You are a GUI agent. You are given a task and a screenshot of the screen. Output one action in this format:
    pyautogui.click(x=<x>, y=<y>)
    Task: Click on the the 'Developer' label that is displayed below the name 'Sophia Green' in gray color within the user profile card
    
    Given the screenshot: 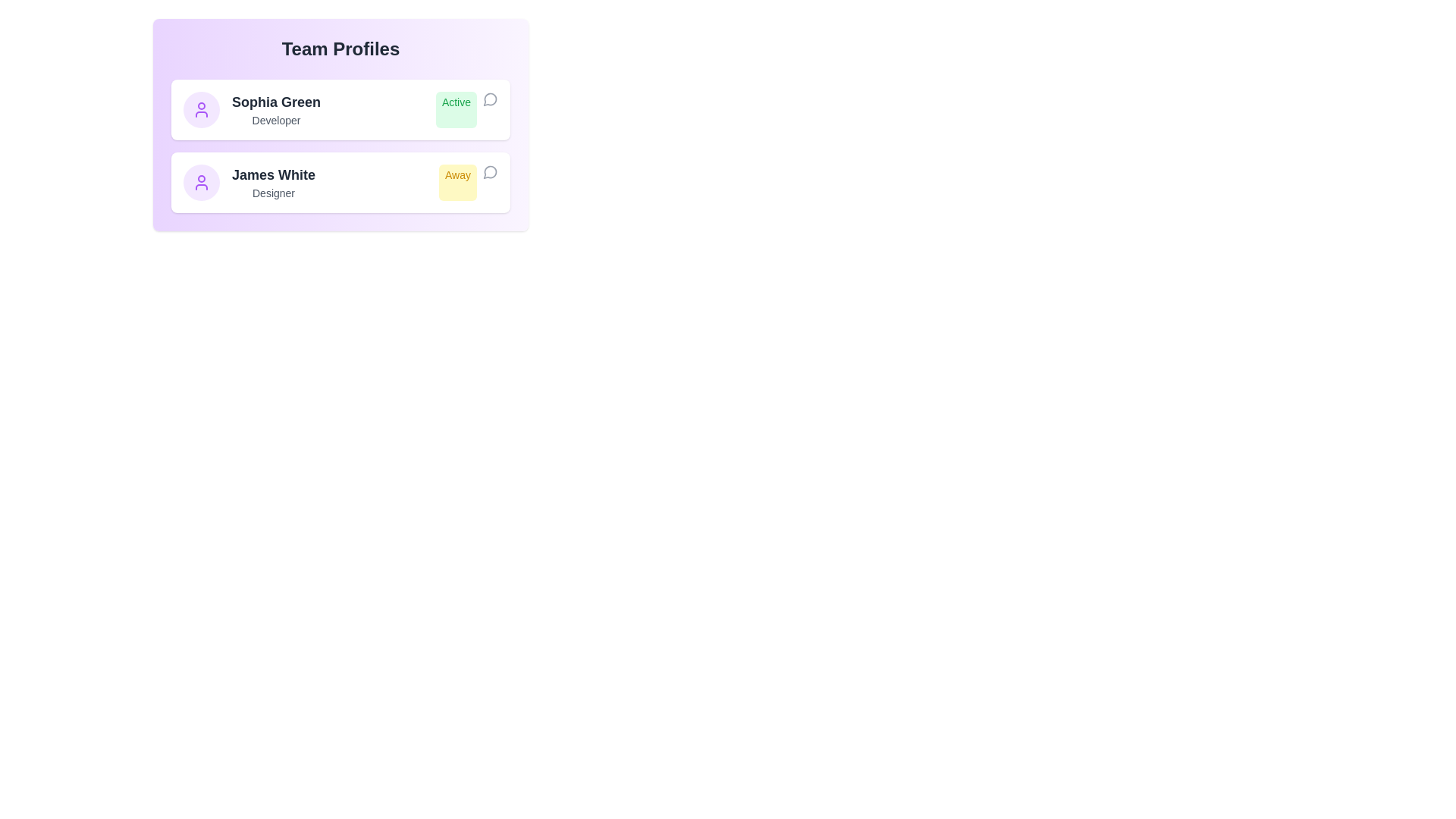 What is the action you would take?
    pyautogui.click(x=276, y=119)
    